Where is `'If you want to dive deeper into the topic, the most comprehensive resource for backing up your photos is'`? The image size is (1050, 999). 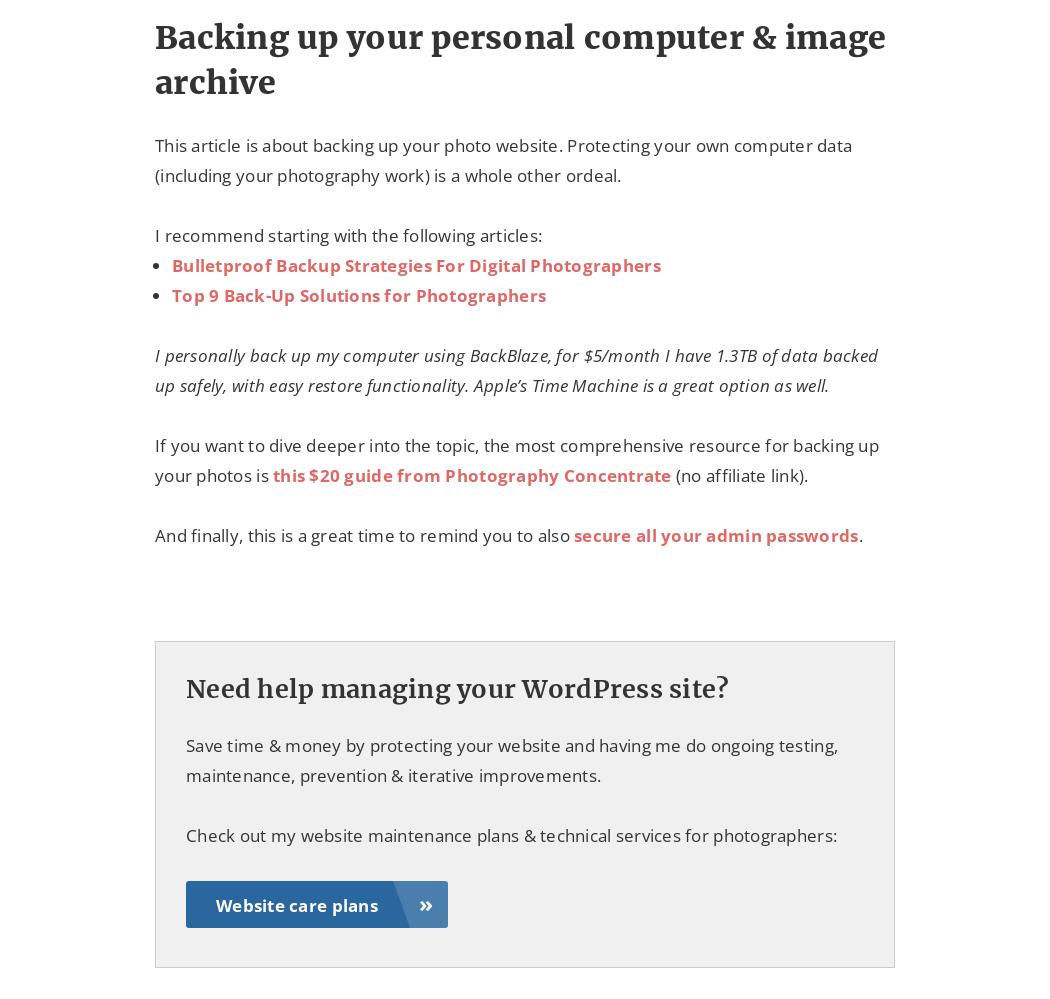
'If you want to dive deeper into the topic, the most comprehensive resource for backing up your photos is' is located at coordinates (154, 460).